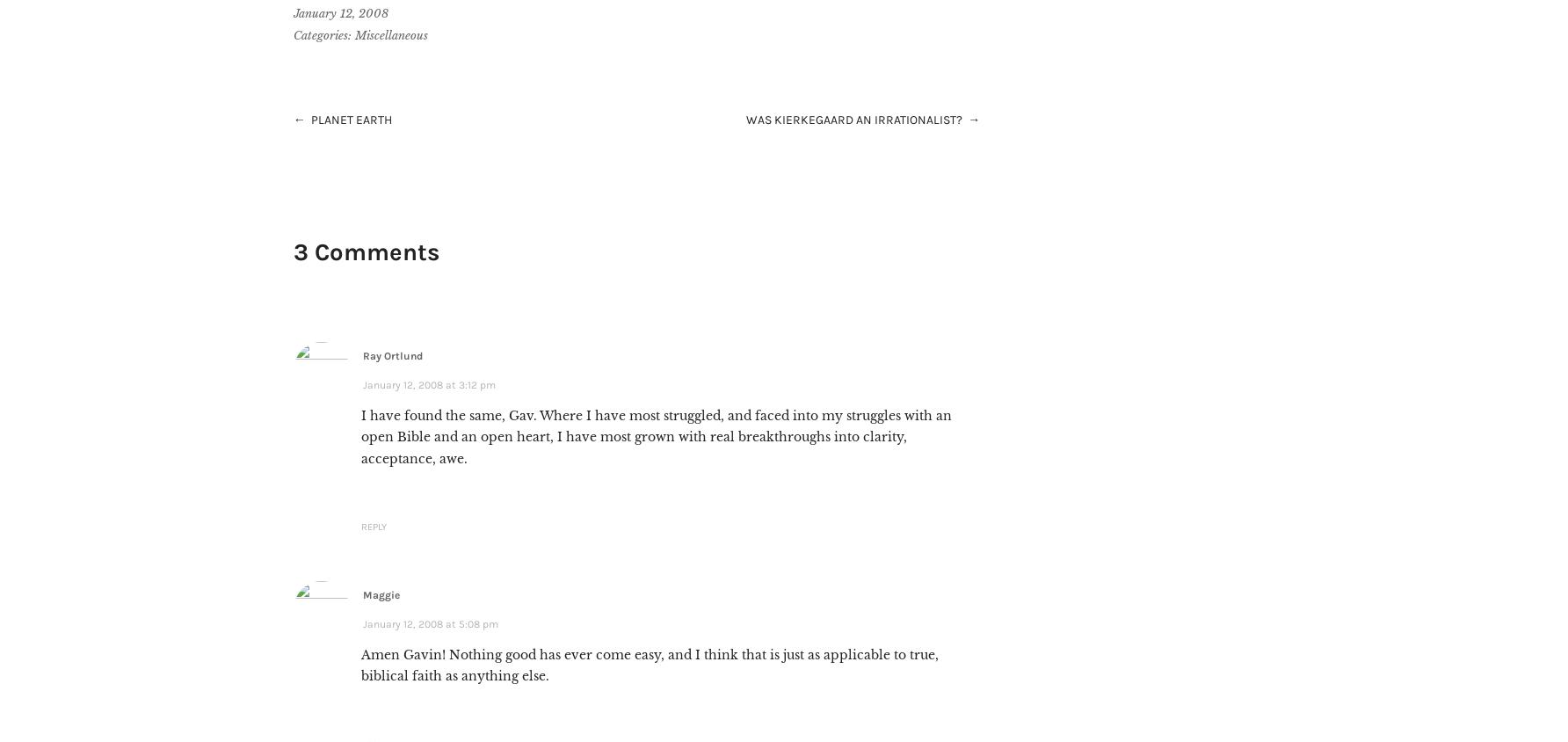  I want to click on 'January 12, 2008 at 5:08 pm', so click(429, 622).